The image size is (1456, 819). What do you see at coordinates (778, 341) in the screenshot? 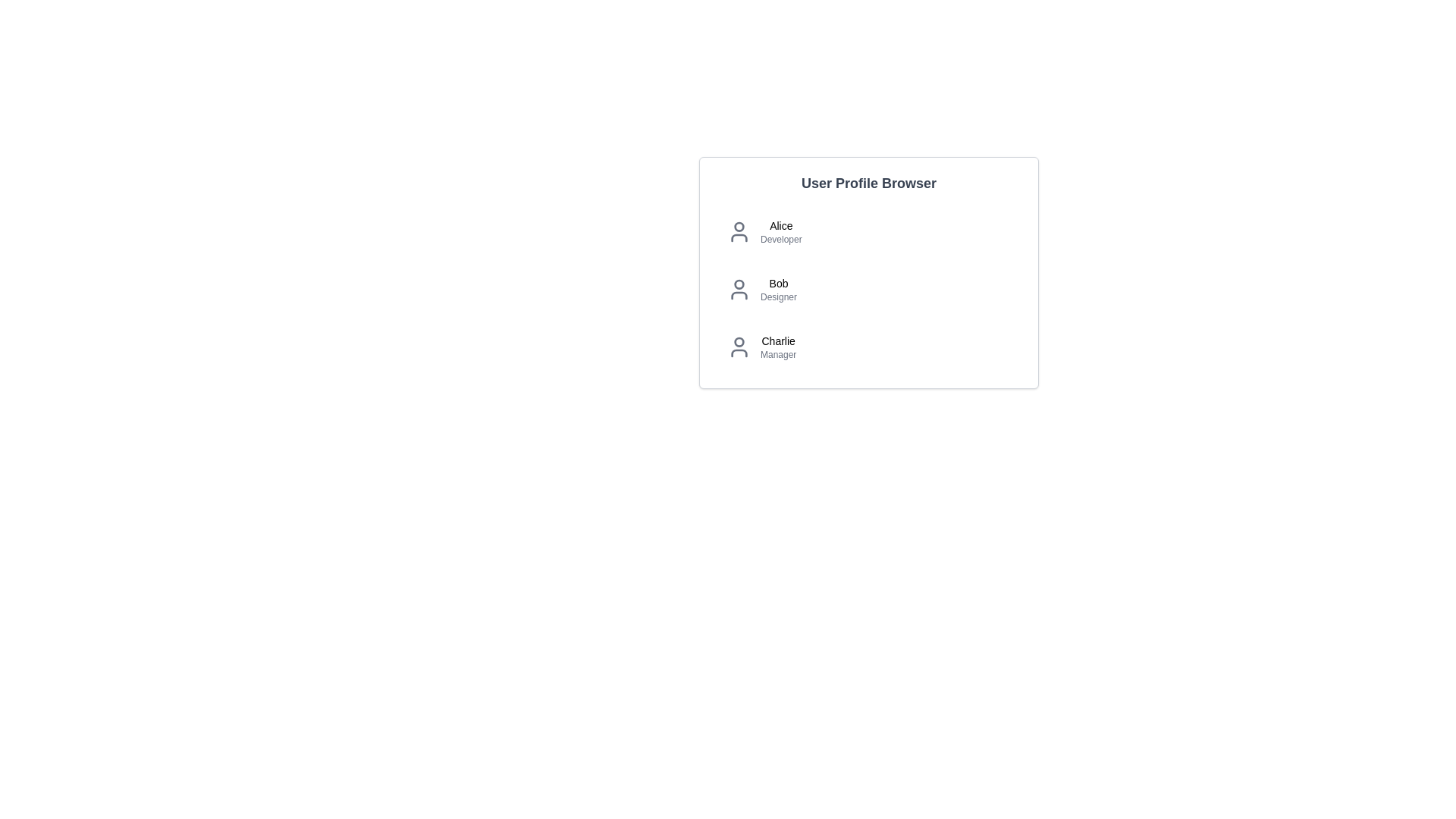
I see `the text label displaying 'Charlie' in the user profile list, which is the bottom entry above the 'Manager' role text` at bounding box center [778, 341].